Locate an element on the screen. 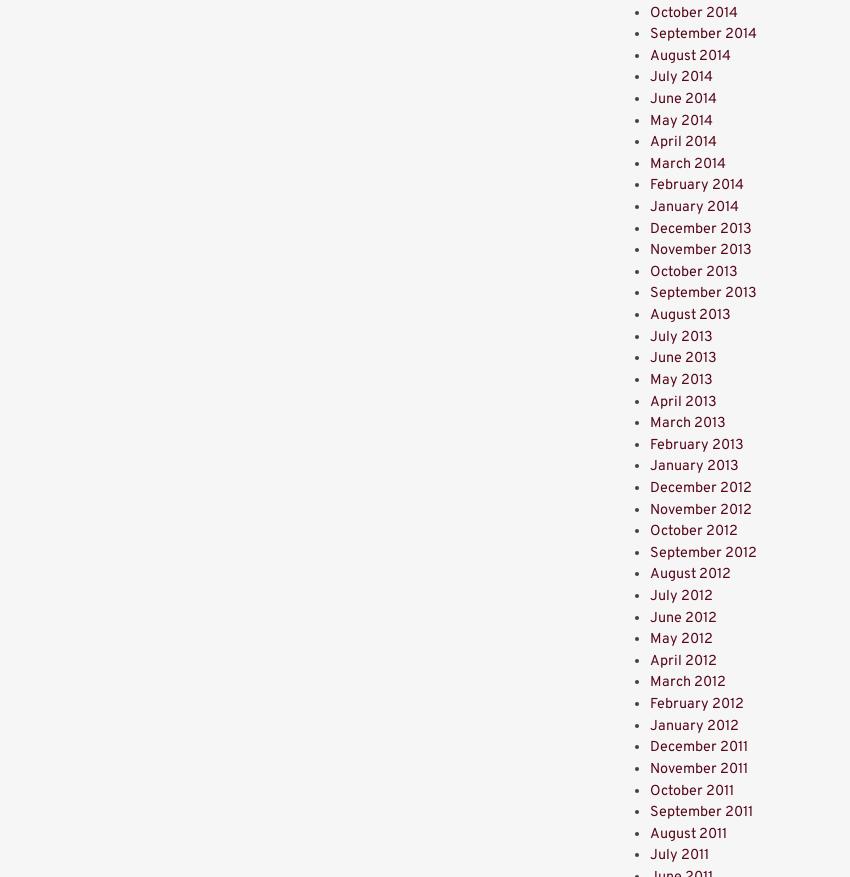  'February 2013' is located at coordinates (696, 444).